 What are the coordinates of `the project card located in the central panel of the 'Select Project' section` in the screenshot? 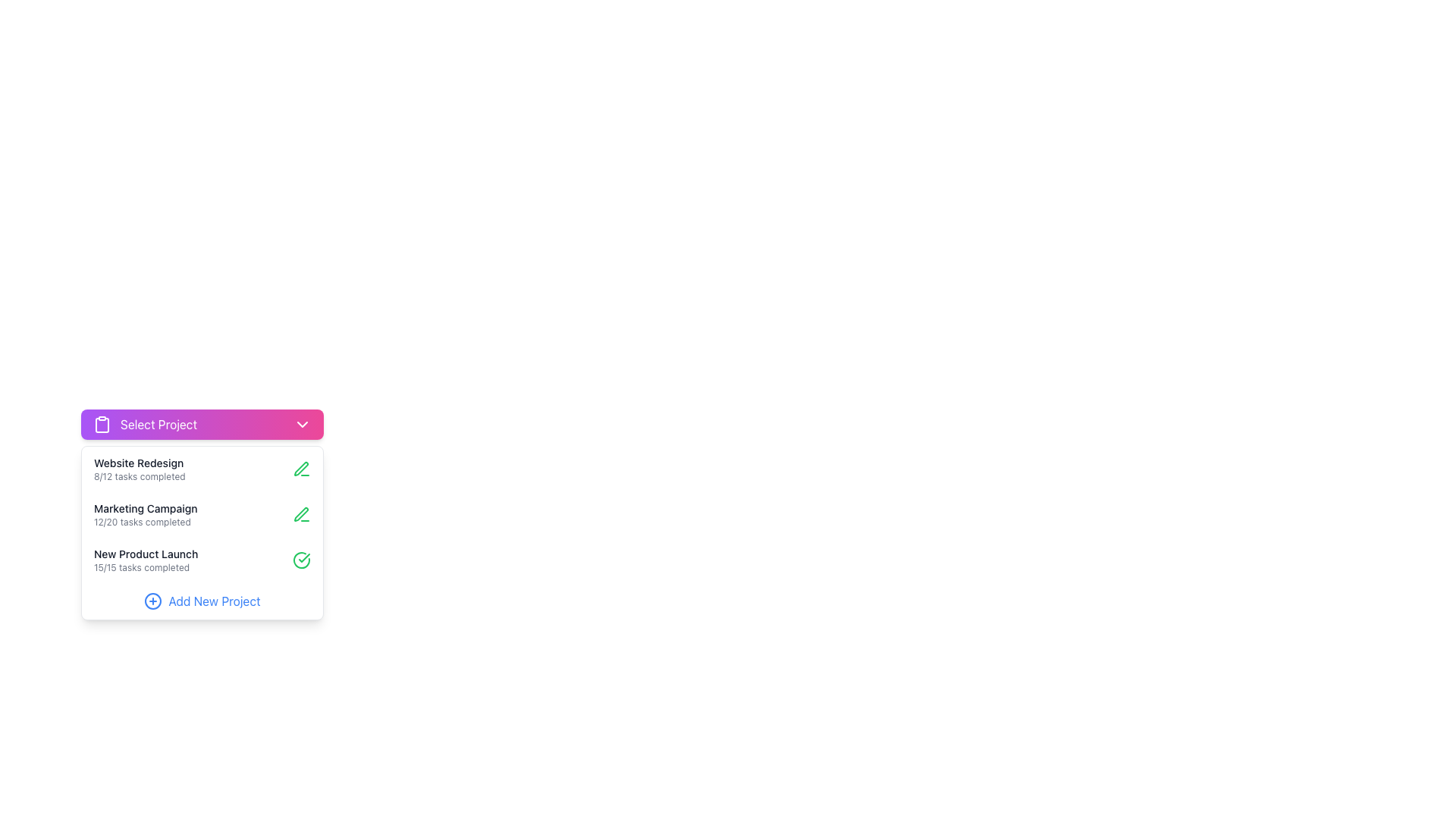 It's located at (202, 513).